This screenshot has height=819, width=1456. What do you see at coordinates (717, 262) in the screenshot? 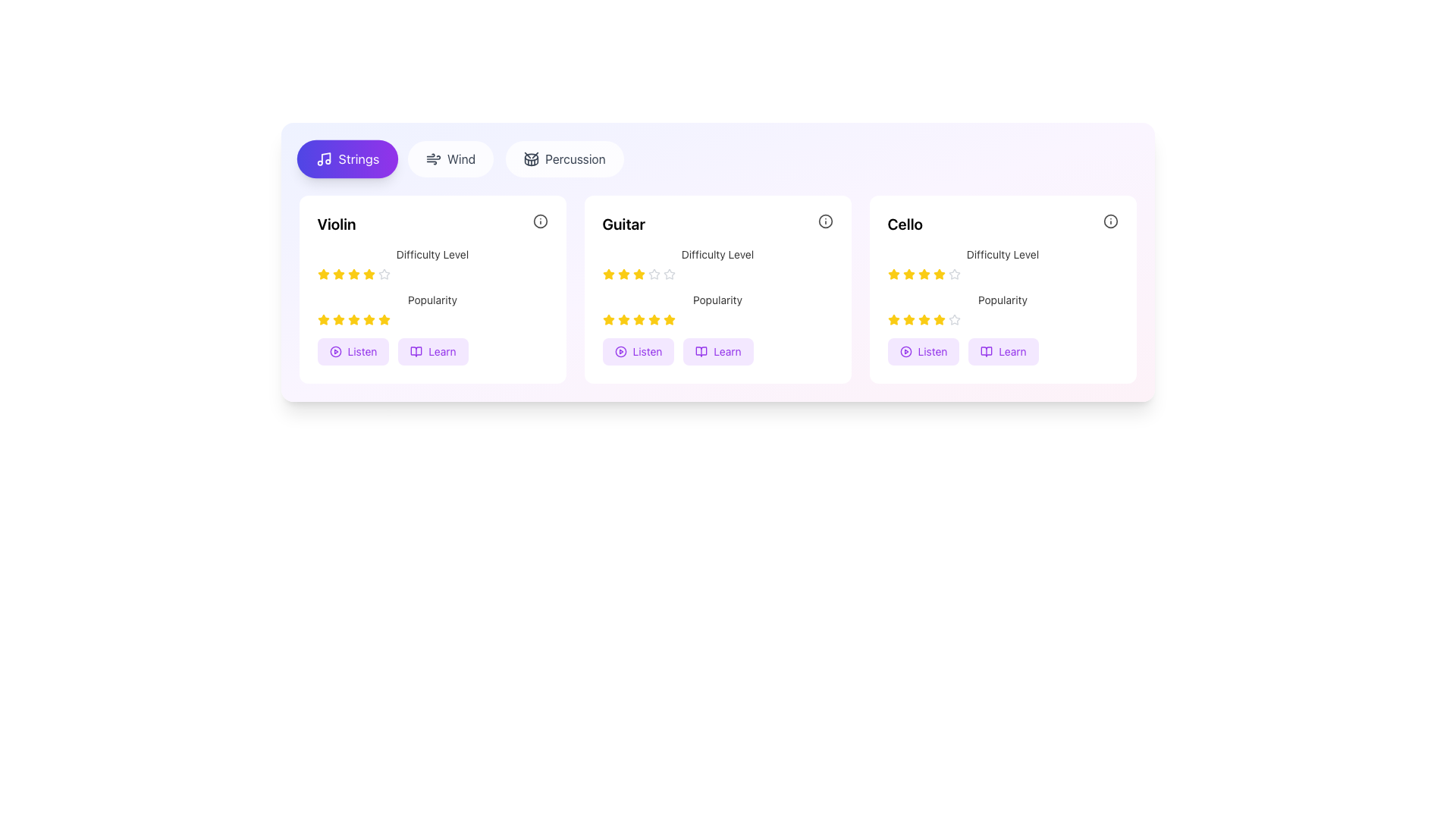
I see `label 'Difficulty Level' associated with the Rating Indicator, which is located in the Guitar section, below the title 'Guitar' and above the 'Popularity' element` at bounding box center [717, 262].